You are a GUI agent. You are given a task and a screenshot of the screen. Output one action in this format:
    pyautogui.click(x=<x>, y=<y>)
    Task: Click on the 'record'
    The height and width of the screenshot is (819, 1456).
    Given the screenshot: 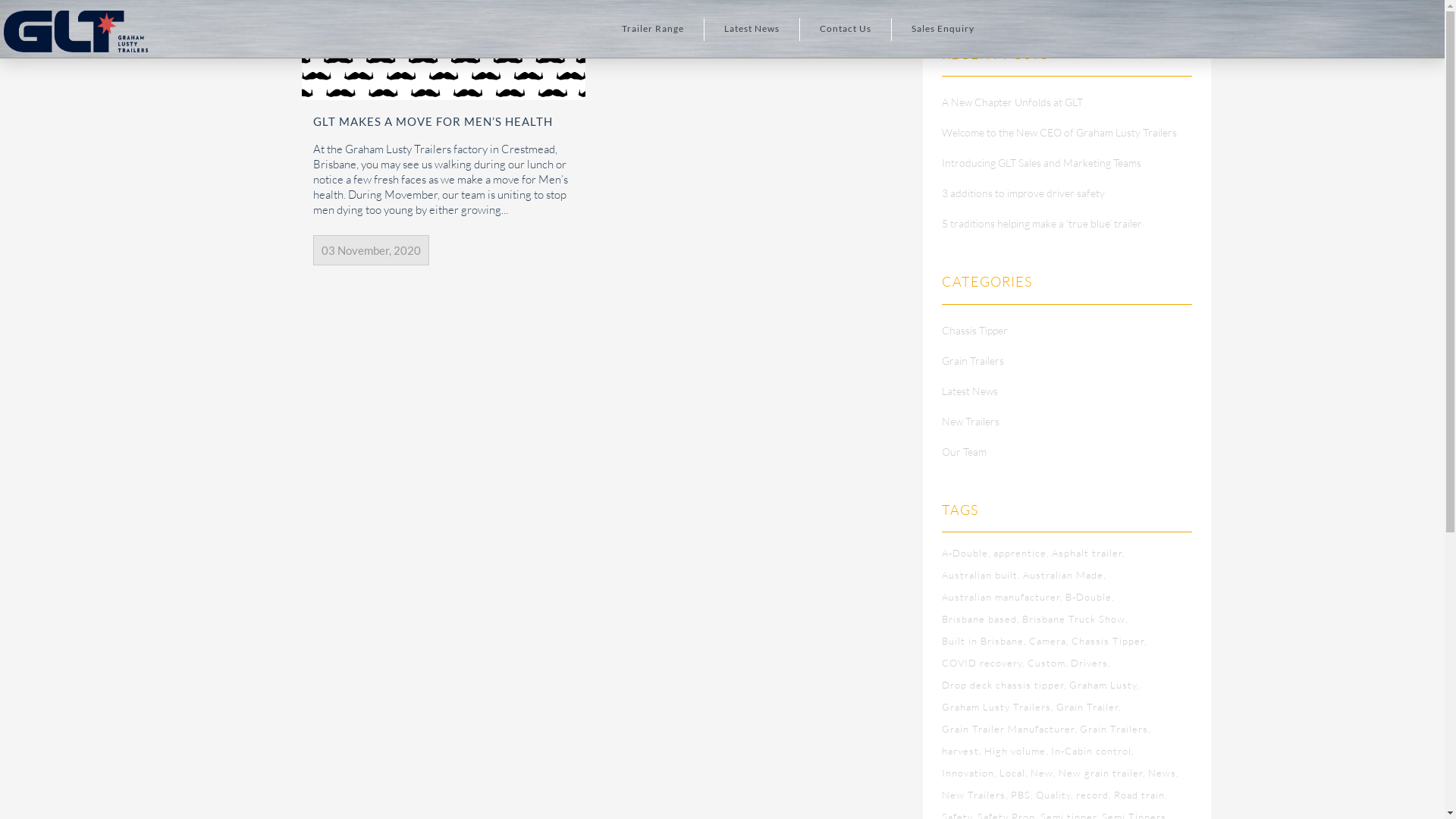 What is the action you would take?
    pyautogui.click(x=1094, y=794)
    